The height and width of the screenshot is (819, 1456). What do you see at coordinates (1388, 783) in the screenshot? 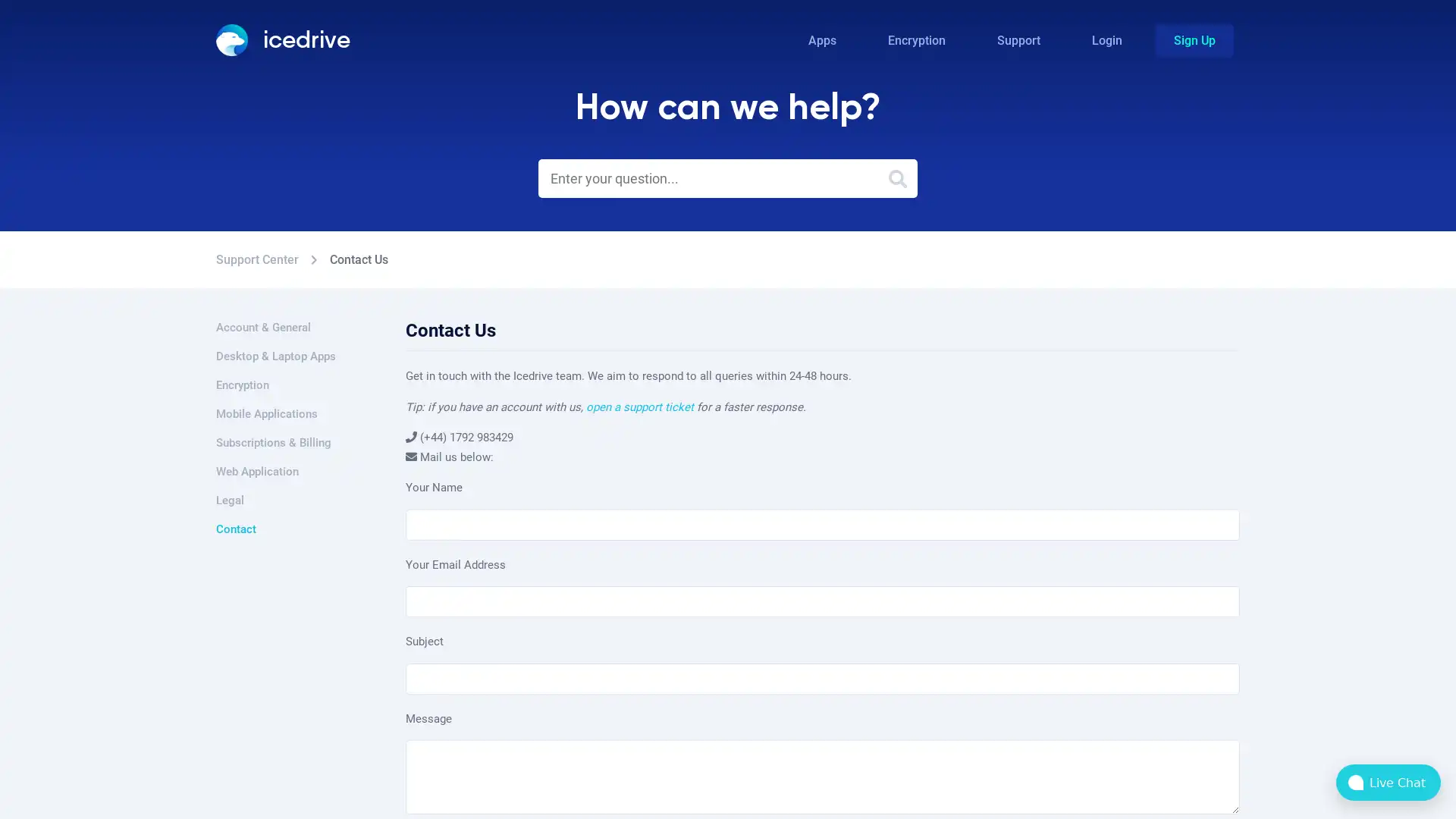
I see `bubble-icon Live Chat` at bounding box center [1388, 783].